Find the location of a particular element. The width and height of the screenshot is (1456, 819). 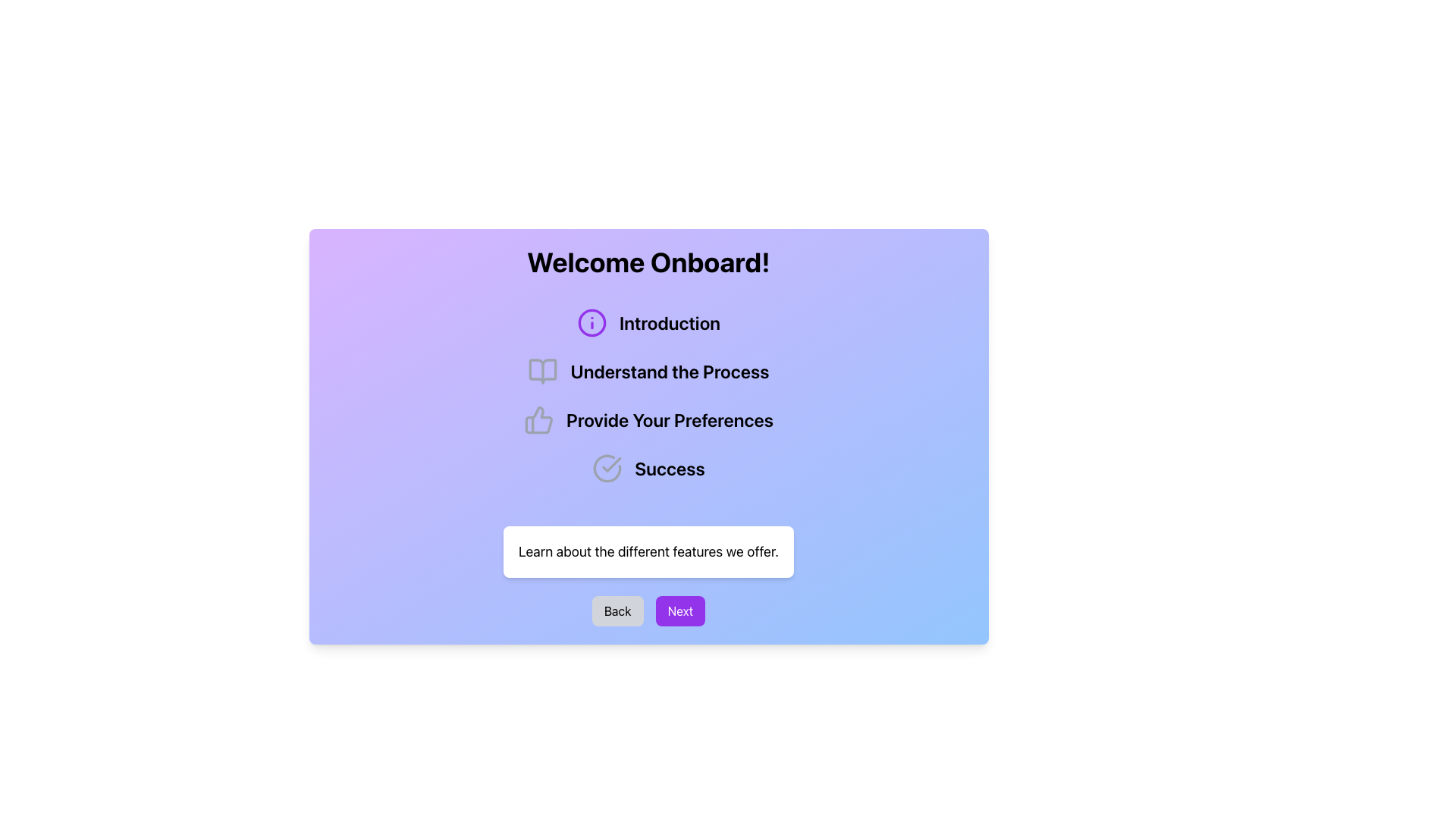

the 'Success' completion icon located to the left of the text label in the onboarding steps dialog box is located at coordinates (607, 467).